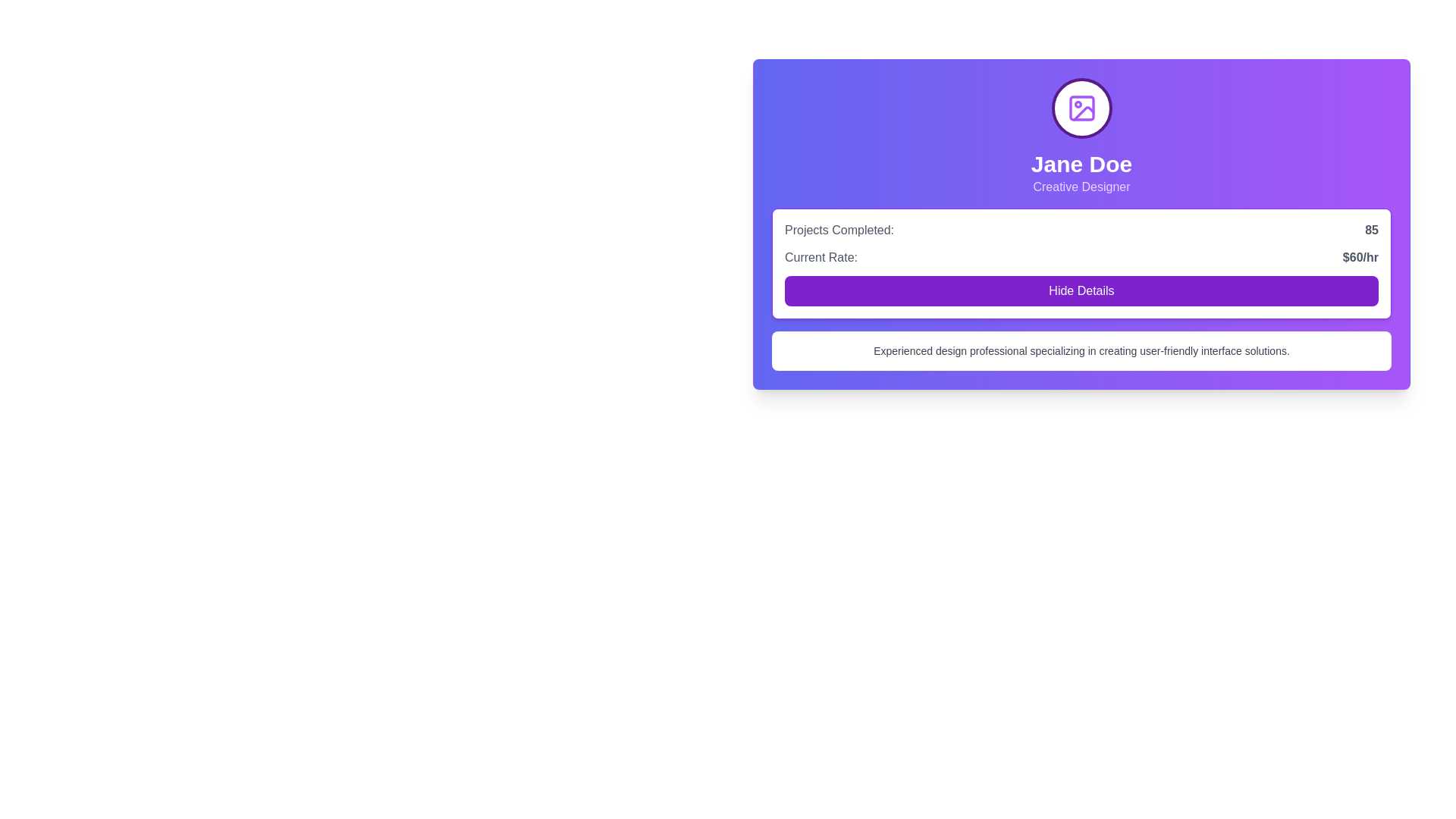 Image resolution: width=1456 pixels, height=819 pixels. What do you see at coordinates (1083, 112) in the screenshot?
I see `the purple triangle icon with a white circular background located in the upper center area of the profile card, above the name 'Jane Doe'` at bounding box center [1083, 112].